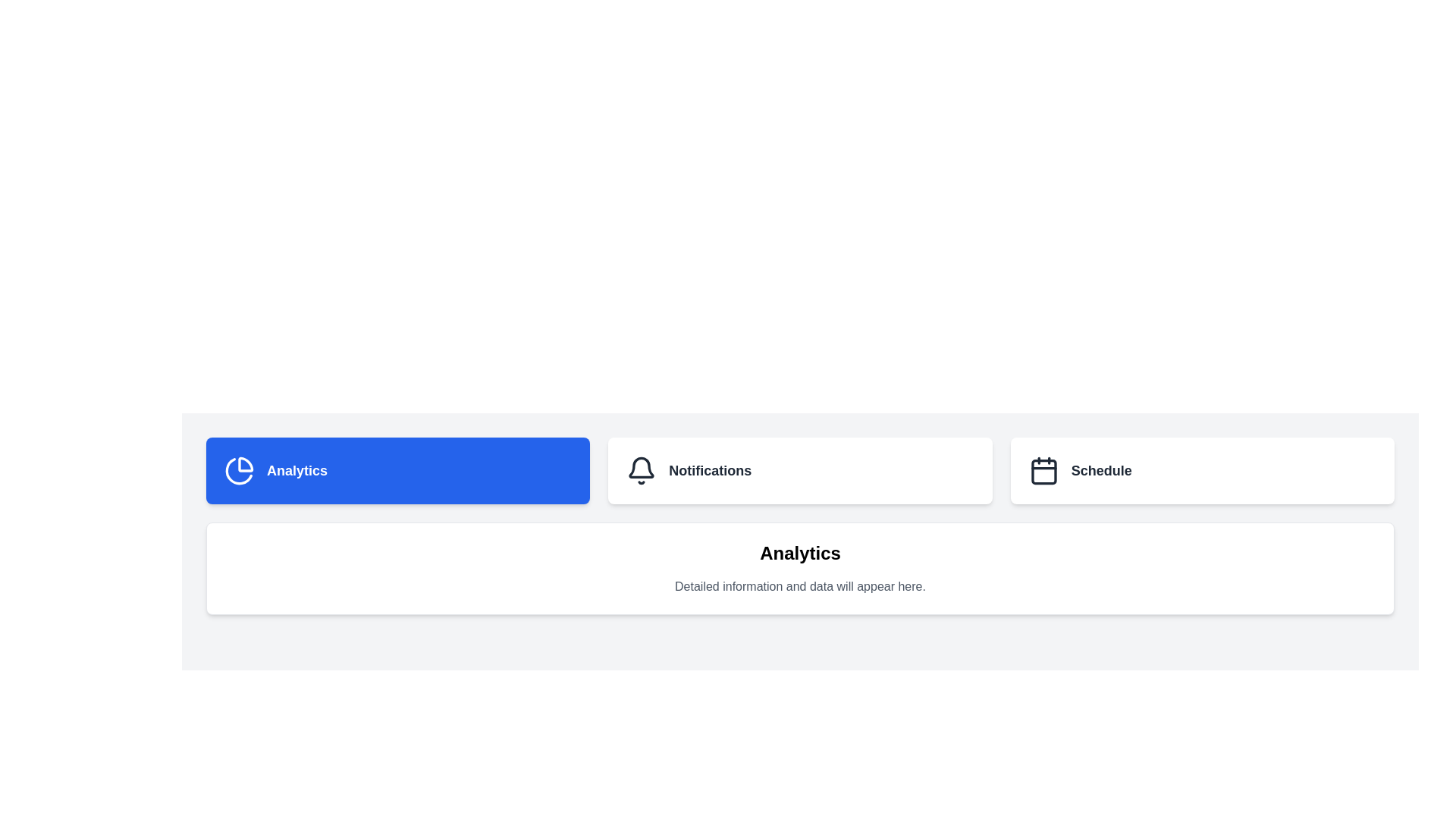 This screenshot has width=1456, height=819. What do you see at coordinates (239, 470) in the screenshot?
I see `the pie chart icon located inside the 'Analytics' button, which is the first button in the navigation bar` at bounding box center [239, 470].